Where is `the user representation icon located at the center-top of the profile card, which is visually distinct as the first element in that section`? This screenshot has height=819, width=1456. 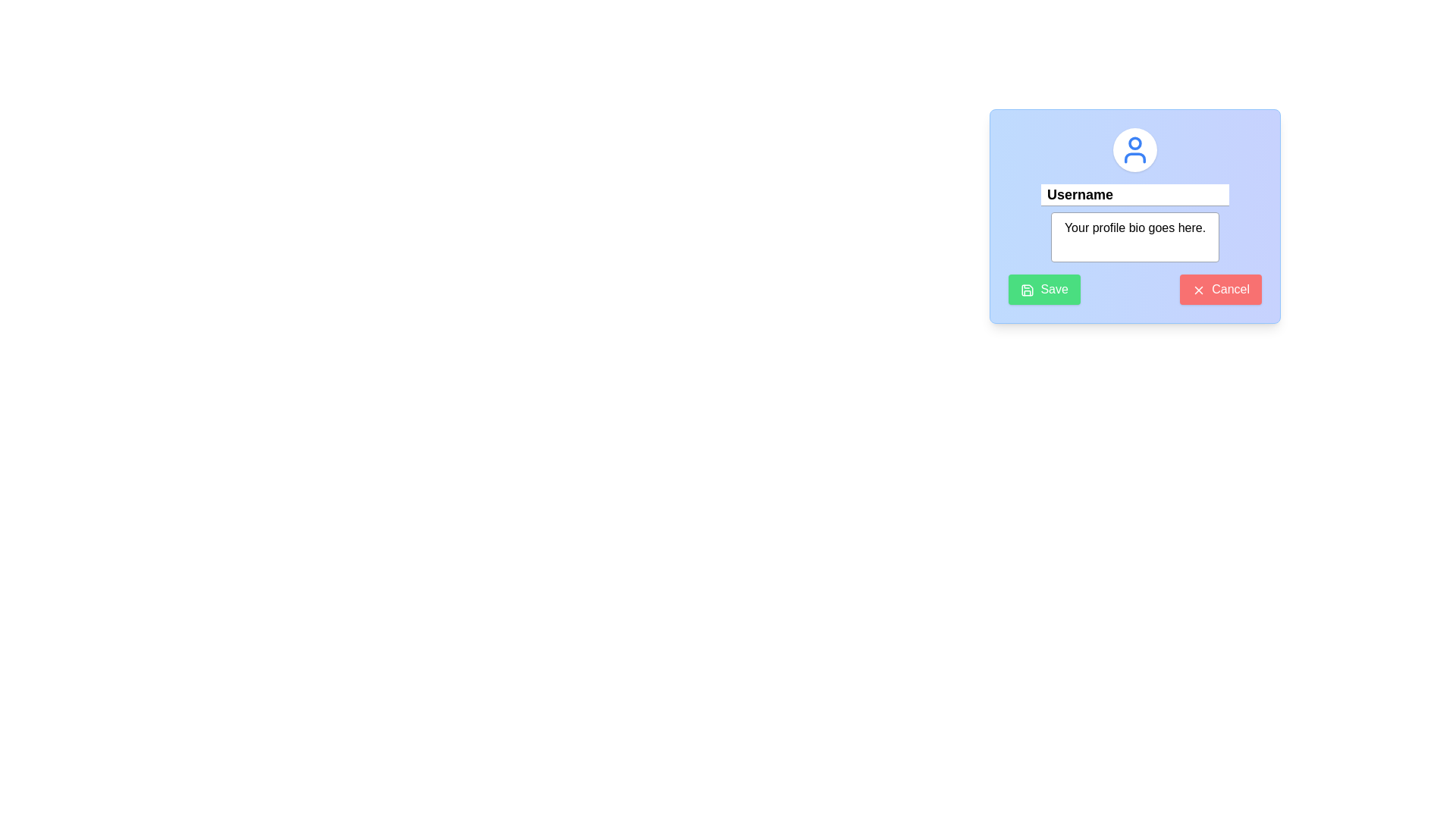
the user representation icon located at the center-top of the profile card, which is visually distinct as the first element in that section is located at coordinates (1135, 149).